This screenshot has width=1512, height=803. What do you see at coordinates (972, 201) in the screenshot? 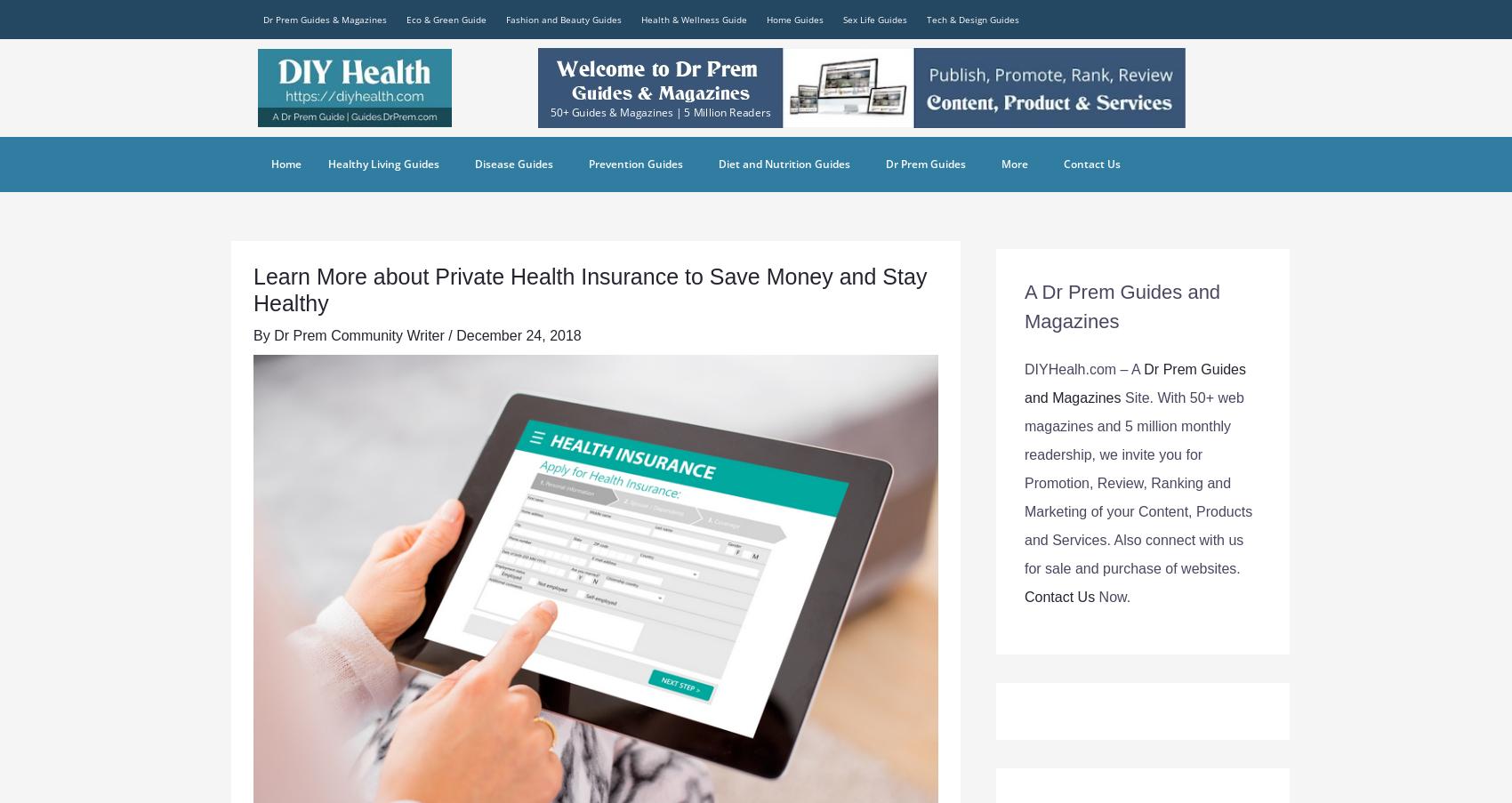
I see `'InstaMedia.com'` at bounding box center [972, 201].